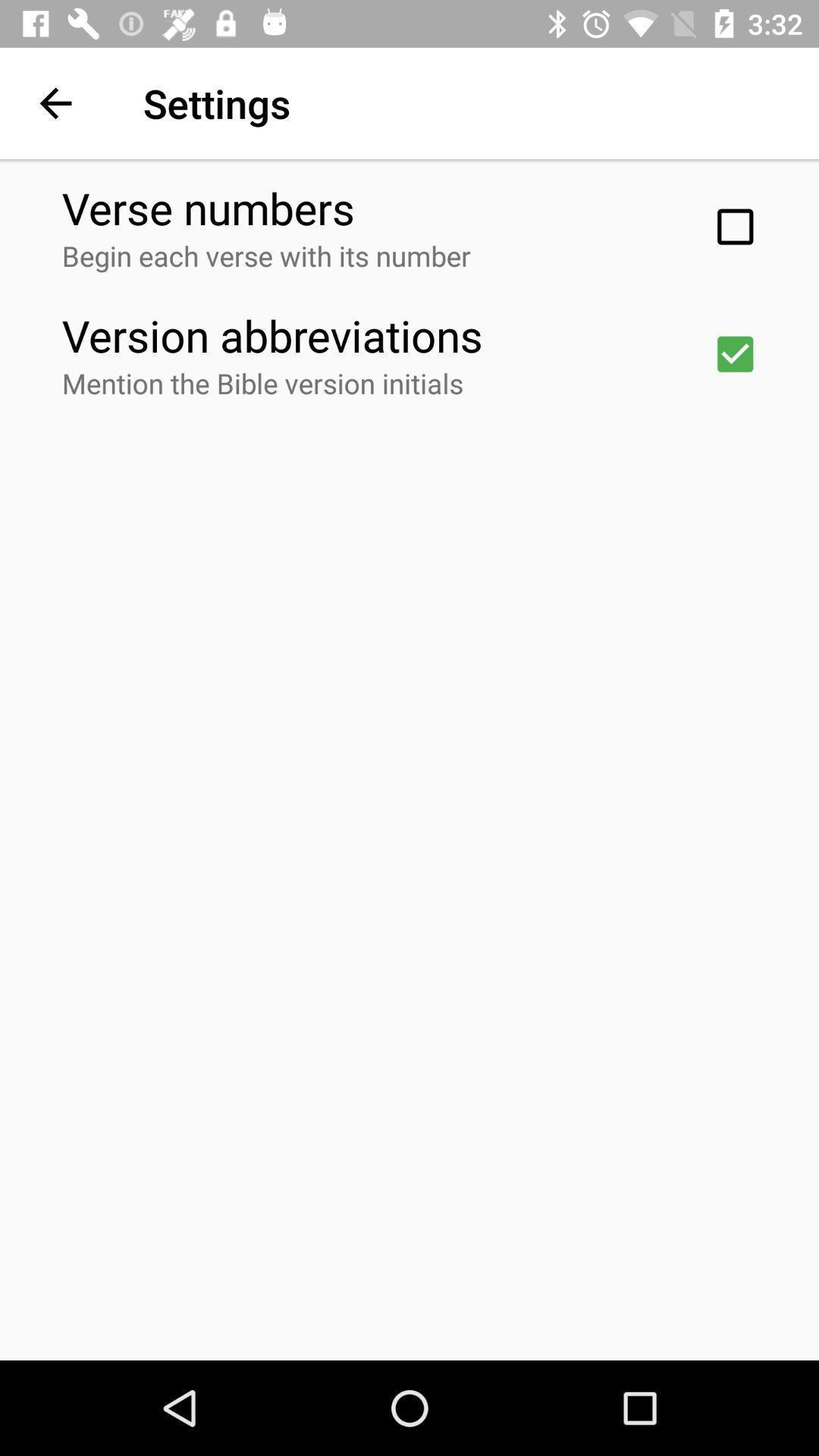  What do you see at coordinates (55, 102) in the screenshot?
I see `the icon to the left of the settings app` at bounding box center [55, 102].